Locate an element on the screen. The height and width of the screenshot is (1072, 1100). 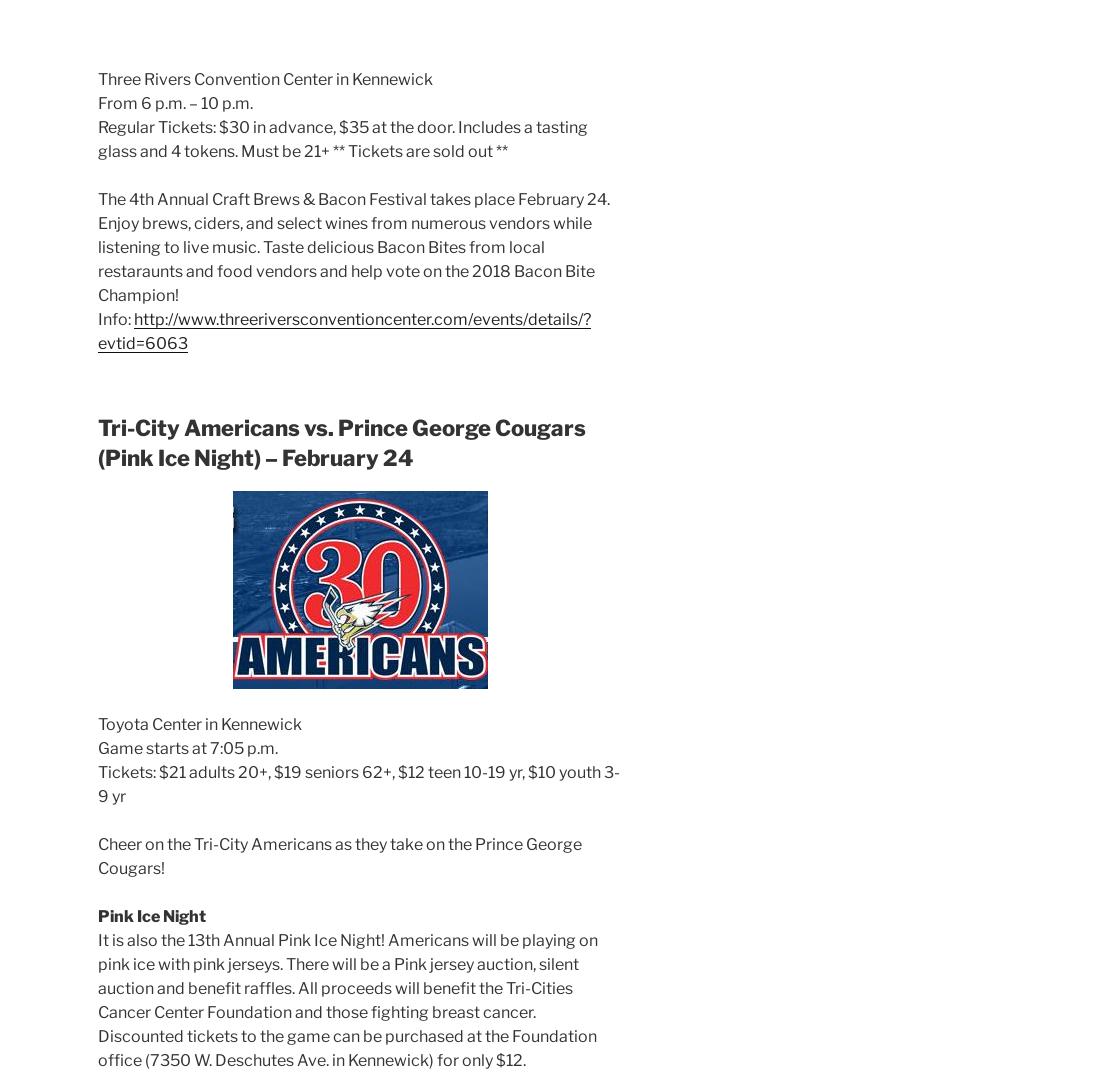
'The 4th Annual Craft Brews & Bacon Festival takes place February 24. Enjoy brews, ciders, and select wines from numerous vendors while listening to live music. Taste delicious Bacon Bites from local restaraunts and food vendors and help vote on the 2018 Bacon Bite Champion!' is located at coordinates (353, 246).